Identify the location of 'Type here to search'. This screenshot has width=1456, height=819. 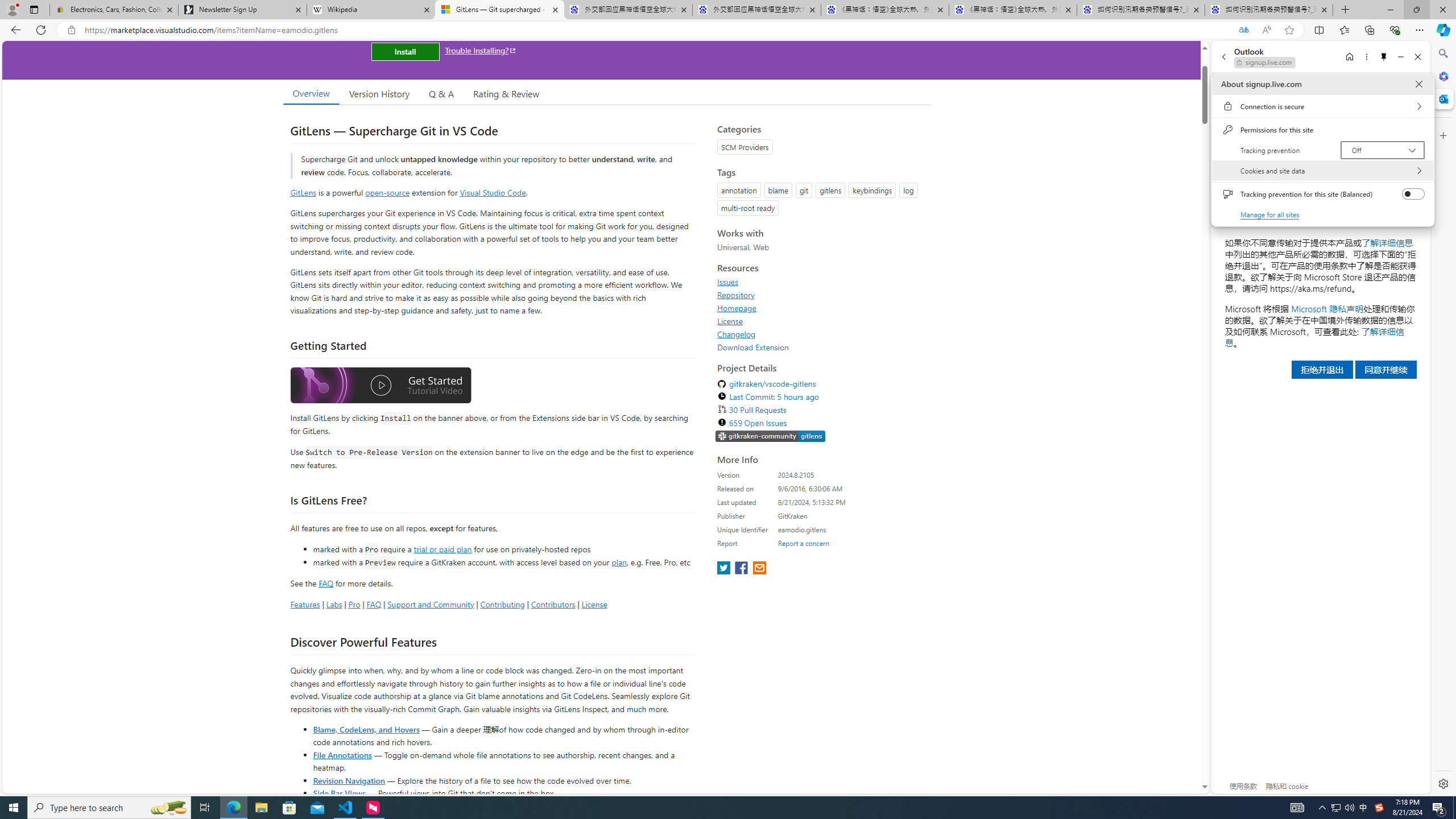
(109, 806).